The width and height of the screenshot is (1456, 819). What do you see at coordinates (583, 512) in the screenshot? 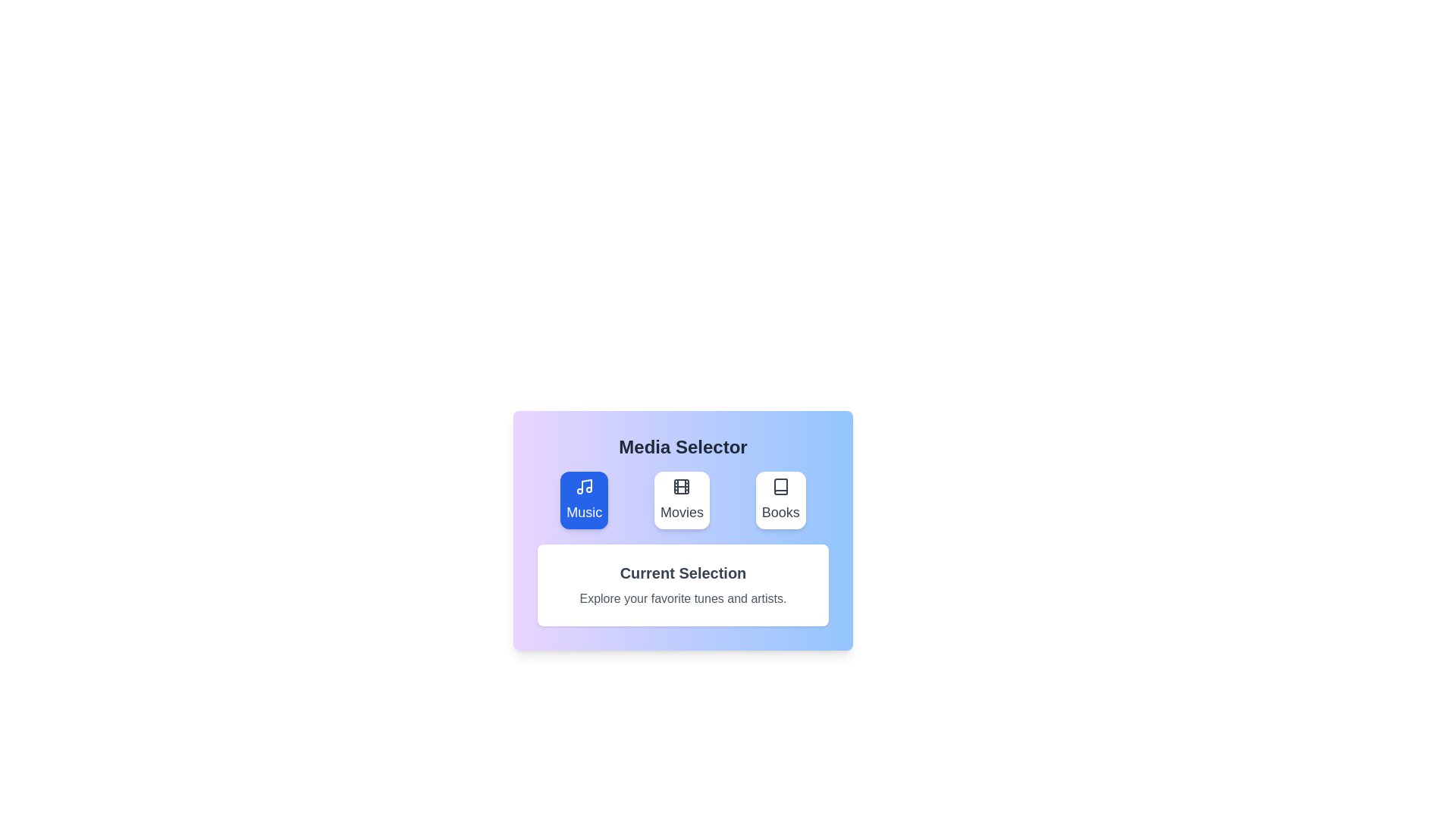
I see `the text label that serves as a label for the music selection option, positioned to the left of 'Movies' and 'Books' buttons` at bounding box center [583, 512].